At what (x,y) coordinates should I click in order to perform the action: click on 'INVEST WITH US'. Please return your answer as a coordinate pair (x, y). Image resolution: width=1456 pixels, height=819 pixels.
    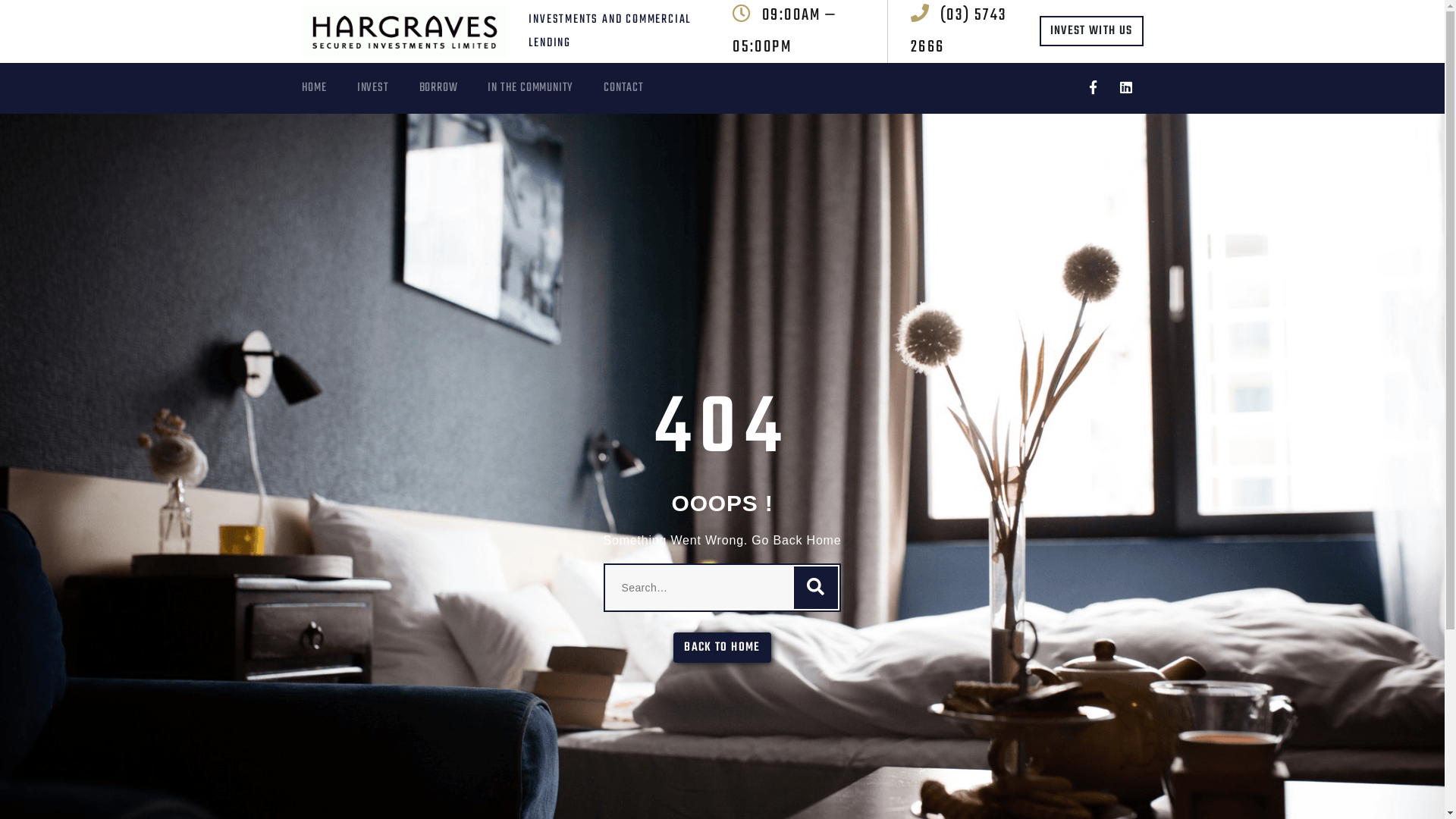
    Looking at the image, I should click on (1090, 31).